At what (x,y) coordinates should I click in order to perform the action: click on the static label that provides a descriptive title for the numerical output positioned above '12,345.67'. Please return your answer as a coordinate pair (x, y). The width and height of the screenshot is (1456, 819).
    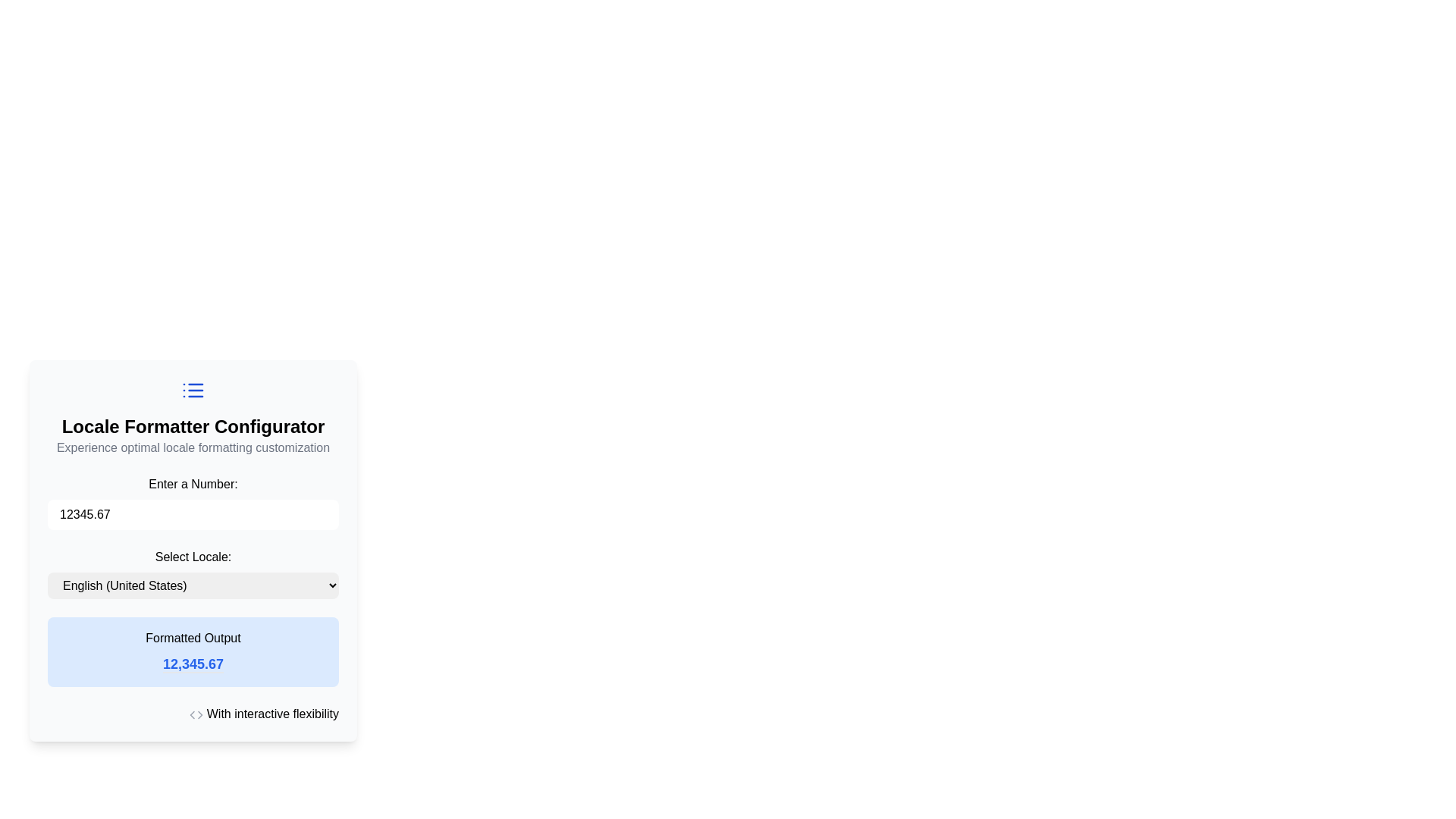
    Looking at the image, I should click on (192, 638).